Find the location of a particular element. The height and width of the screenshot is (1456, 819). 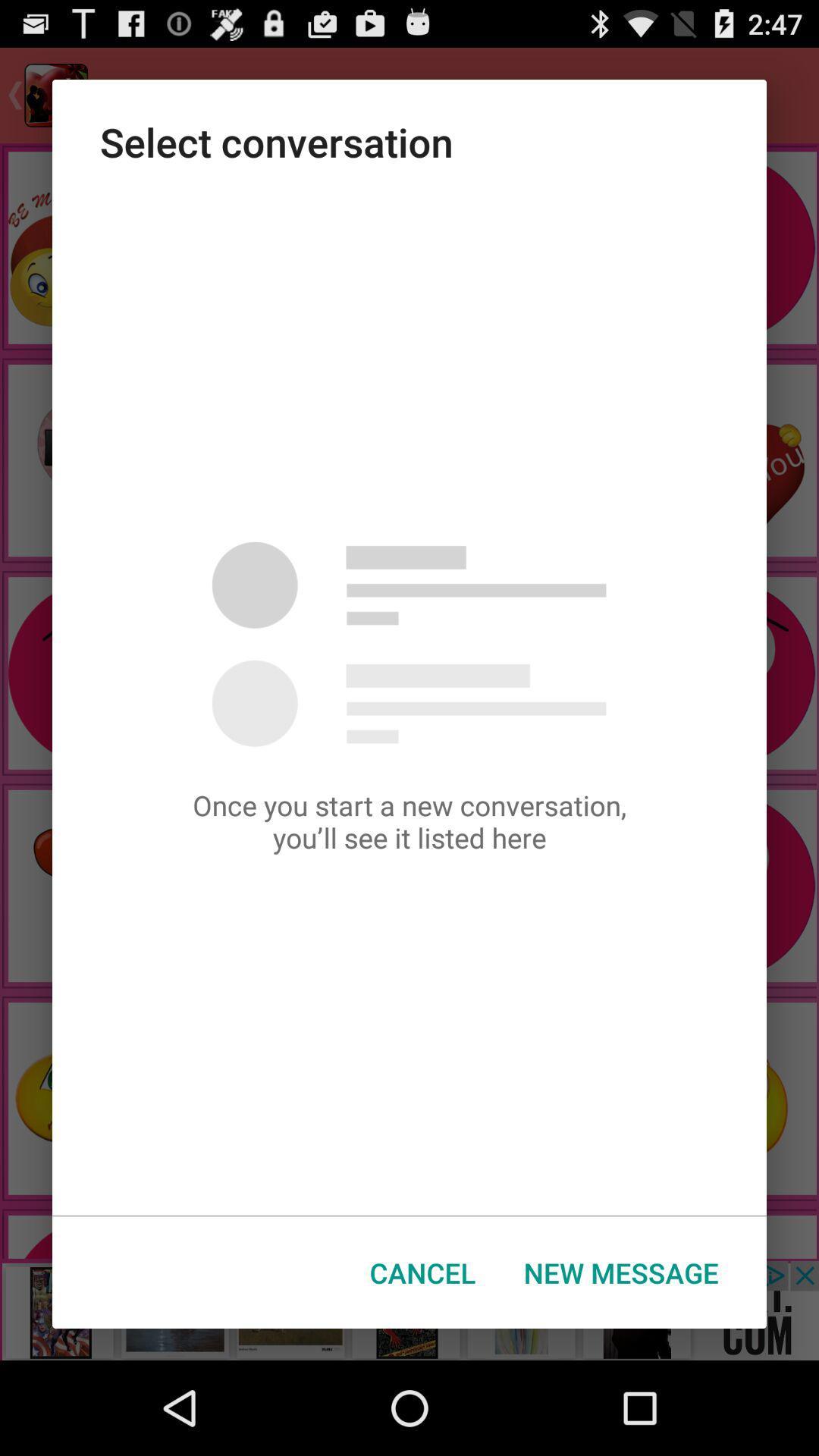

button next to the cancel icon is located at coordinates (621, 1272).